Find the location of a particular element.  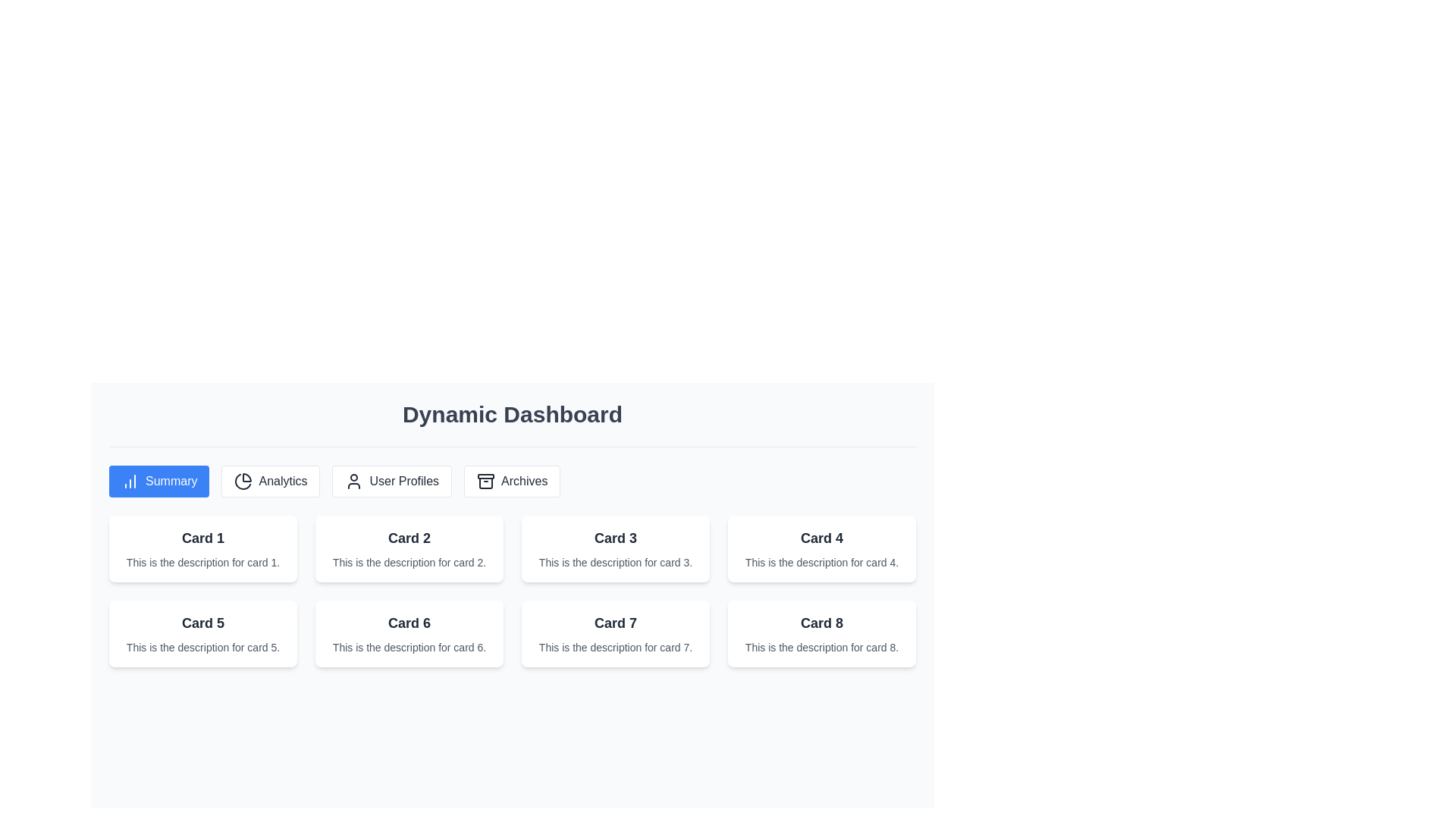

the title text of the 'Card 2' component, which is centrally located at the upper portion of the card is located at coordinates (409, 537).